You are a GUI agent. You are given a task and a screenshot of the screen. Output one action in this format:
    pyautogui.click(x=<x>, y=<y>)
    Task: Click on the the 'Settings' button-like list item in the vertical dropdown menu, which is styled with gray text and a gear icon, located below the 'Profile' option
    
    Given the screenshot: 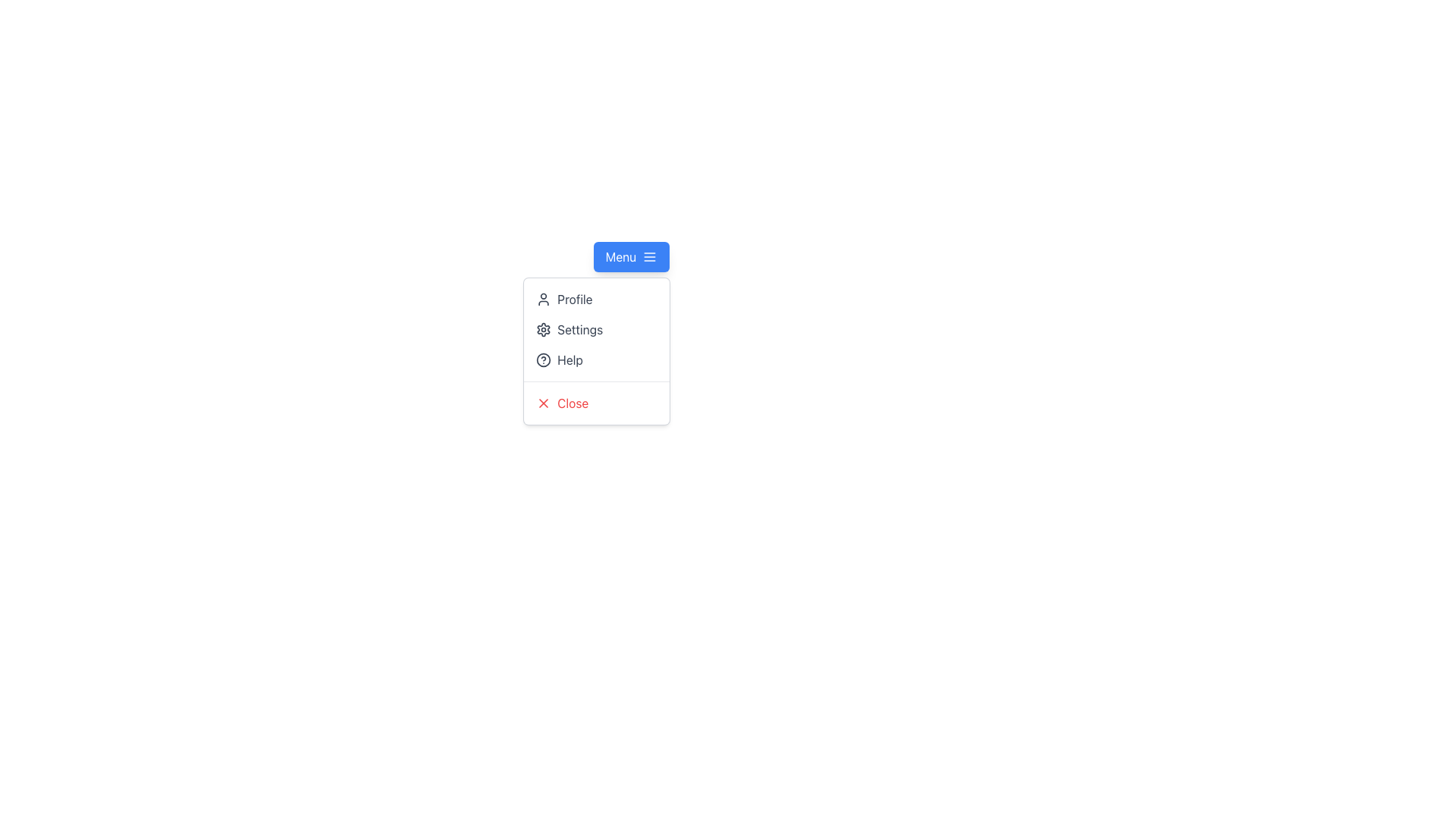 What is the action you would take?
    pyautogui.click(x=596, y=329)
    